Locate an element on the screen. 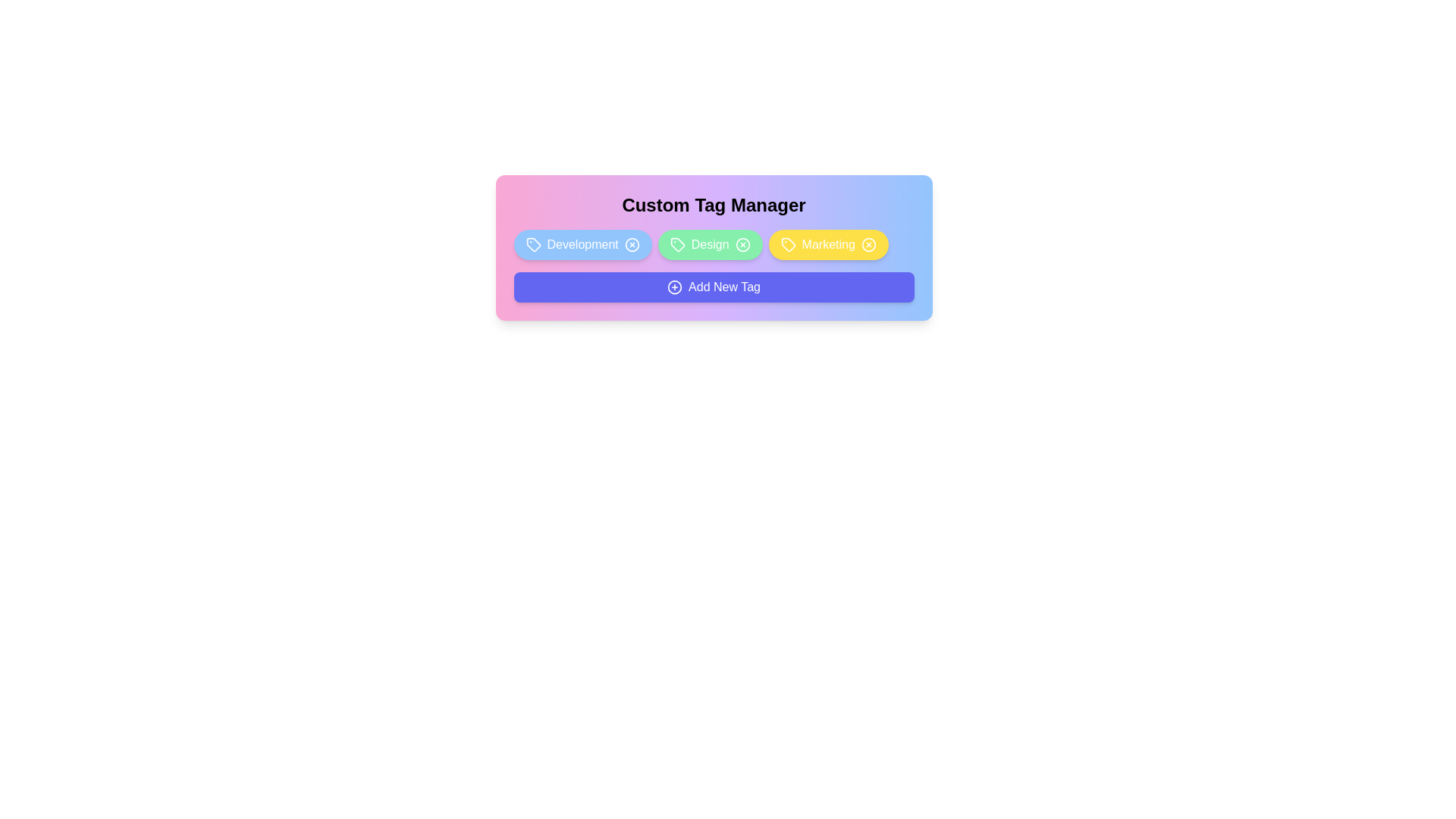 The width and height of the screenshot is (1456, 819). the 'remove' button next to the tag named Development is located at coordinates (632, 244).